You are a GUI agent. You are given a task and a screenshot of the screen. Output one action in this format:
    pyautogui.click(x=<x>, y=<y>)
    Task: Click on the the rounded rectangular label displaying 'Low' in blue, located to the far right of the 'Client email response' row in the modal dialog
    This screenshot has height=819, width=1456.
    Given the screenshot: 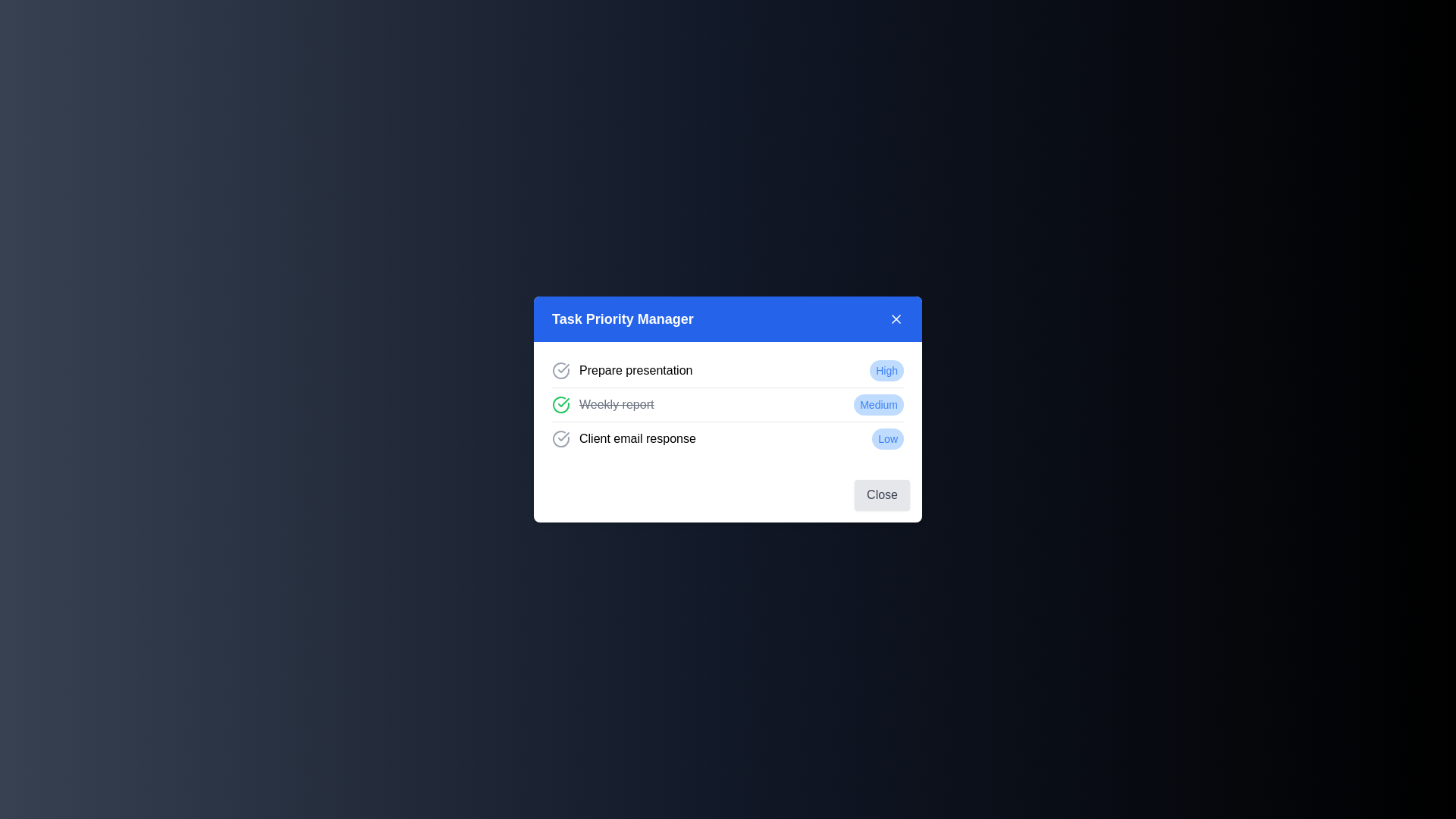 What is the action you would take?
    pyautogui.click(x=888, y=438)
    